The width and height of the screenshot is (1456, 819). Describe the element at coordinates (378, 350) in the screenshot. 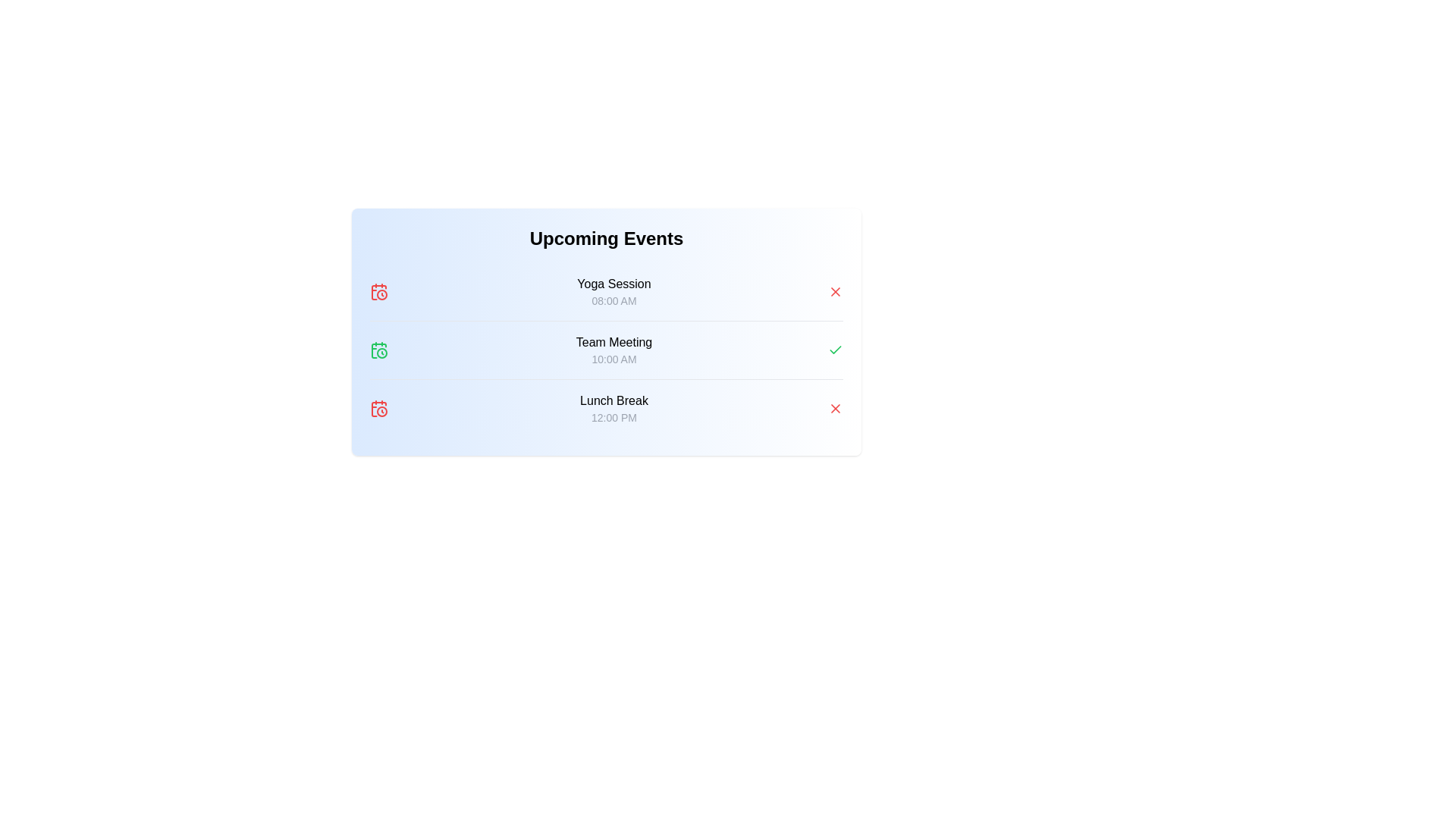

I see `the 'Team Meeting' event icon located to the left of the text displaying 'Team Meeting' and '10:00 AM' in the events list` at that location.